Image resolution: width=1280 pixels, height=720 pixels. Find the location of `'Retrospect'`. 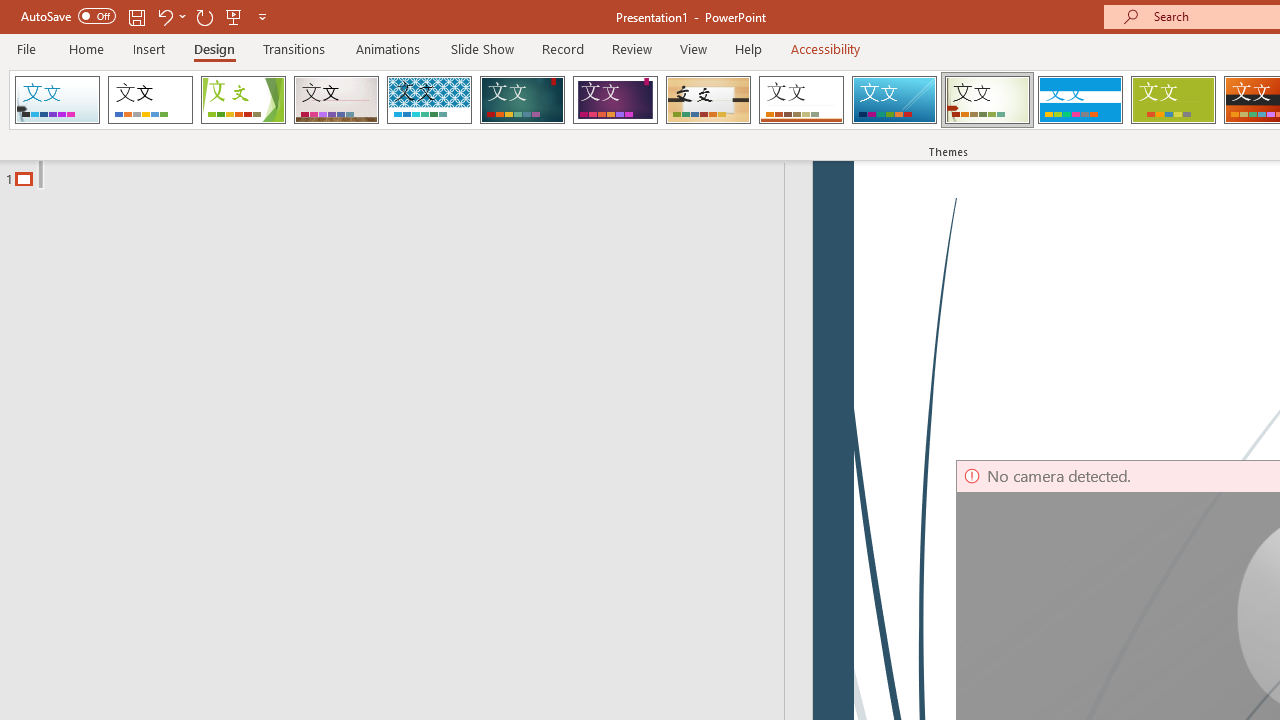

'Retrospect' is located at coordinates (801, 100).